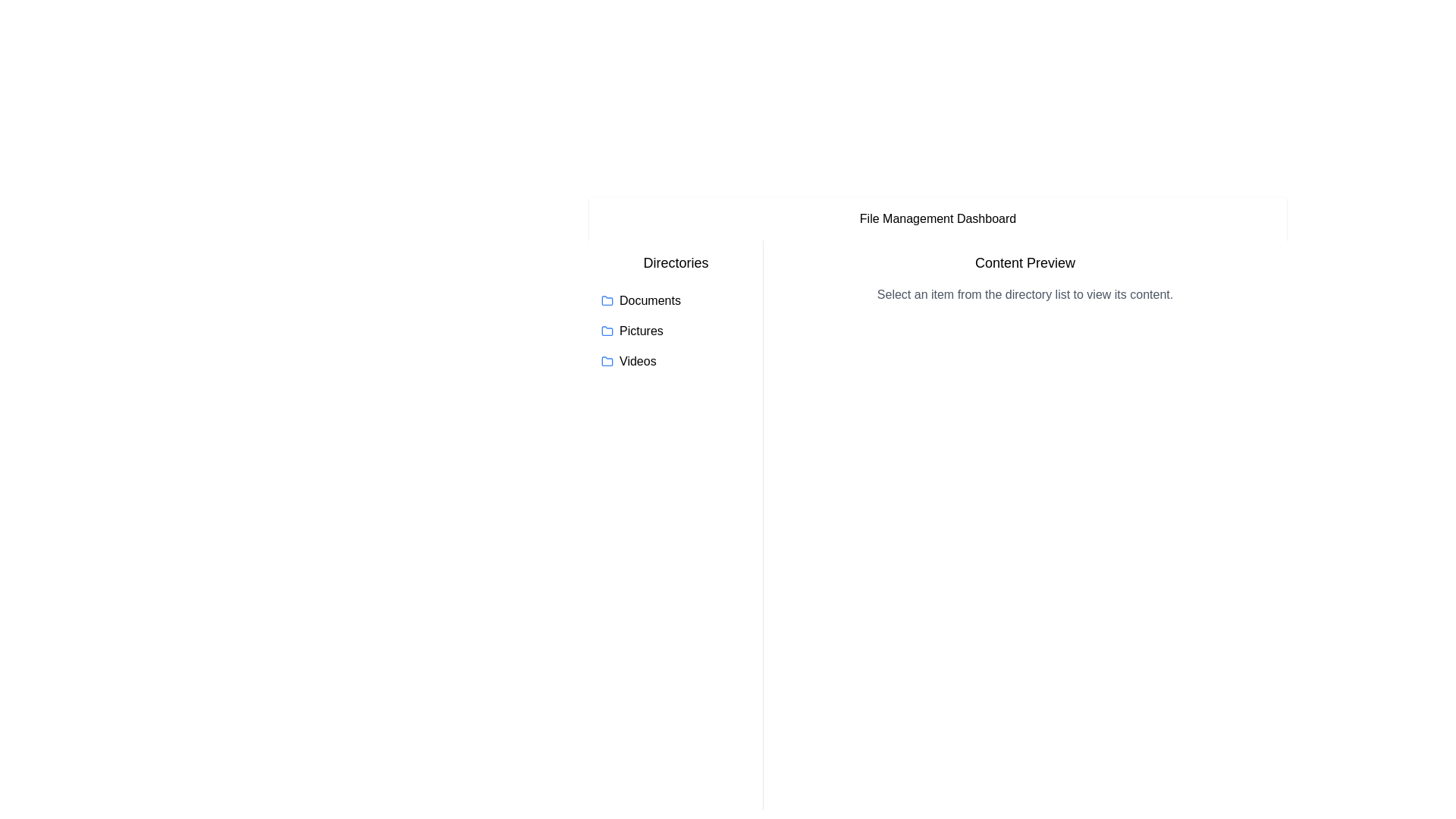  Describe the element at coordinates (607, 360) in the screenshot. I see `folder icon representing the 'Videos' directory, which is the third folder icon in the directory listing, by clicking on it for detail` at that location.